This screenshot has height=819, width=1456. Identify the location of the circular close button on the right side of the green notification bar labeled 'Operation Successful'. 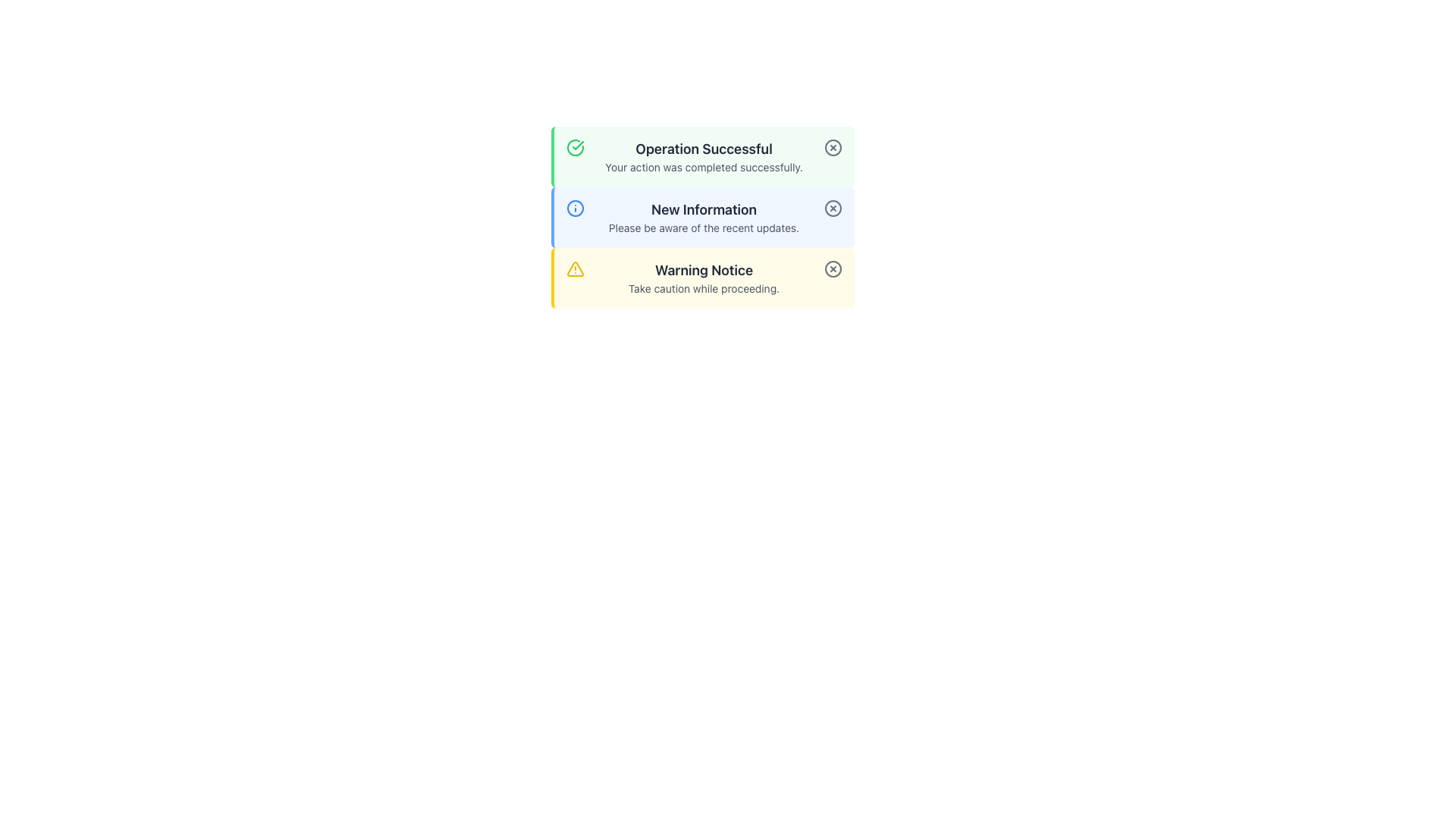
(832, 148).